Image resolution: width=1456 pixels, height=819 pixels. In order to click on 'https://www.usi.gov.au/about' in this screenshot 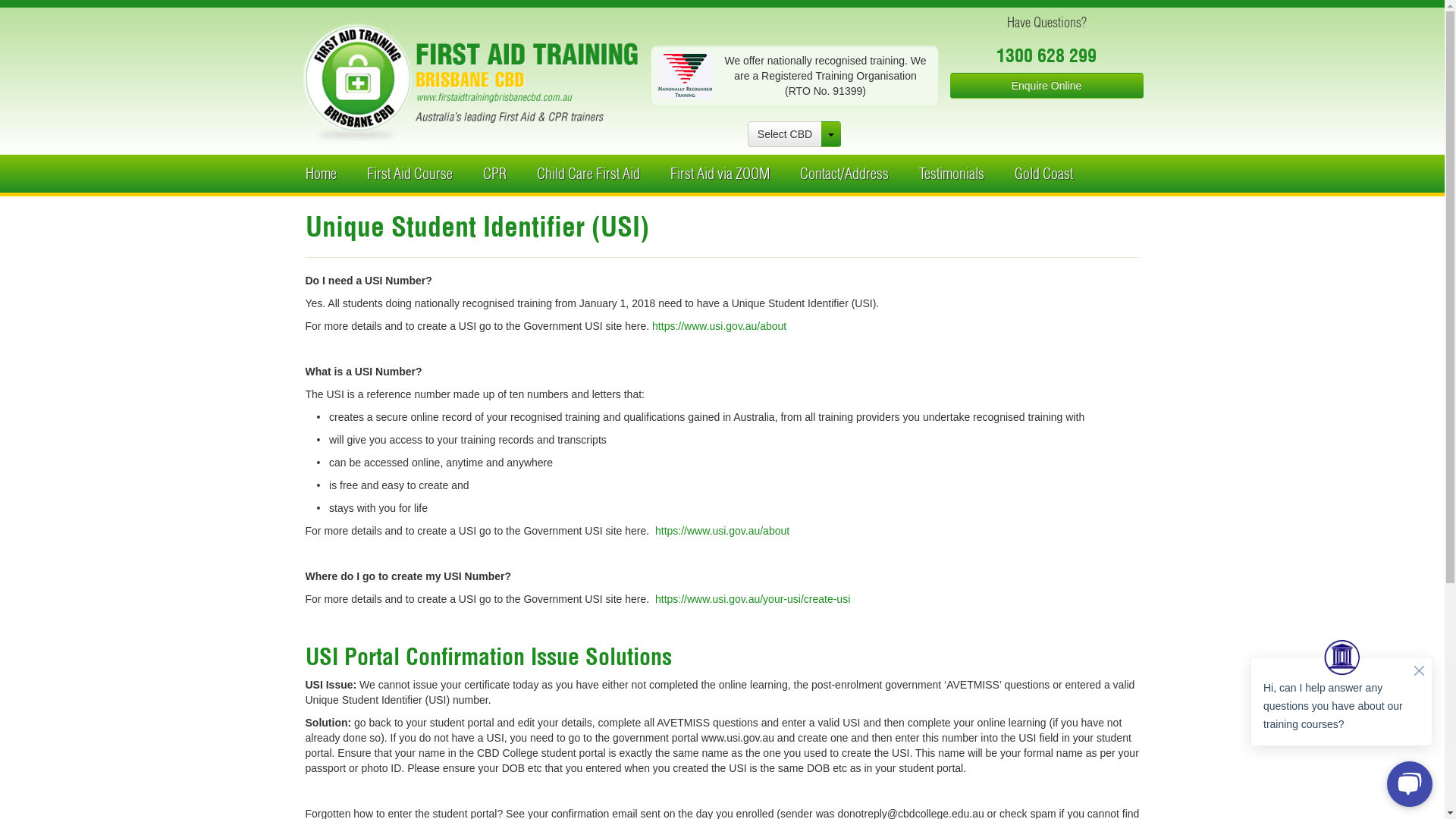, I will do `click(718, 325)`.